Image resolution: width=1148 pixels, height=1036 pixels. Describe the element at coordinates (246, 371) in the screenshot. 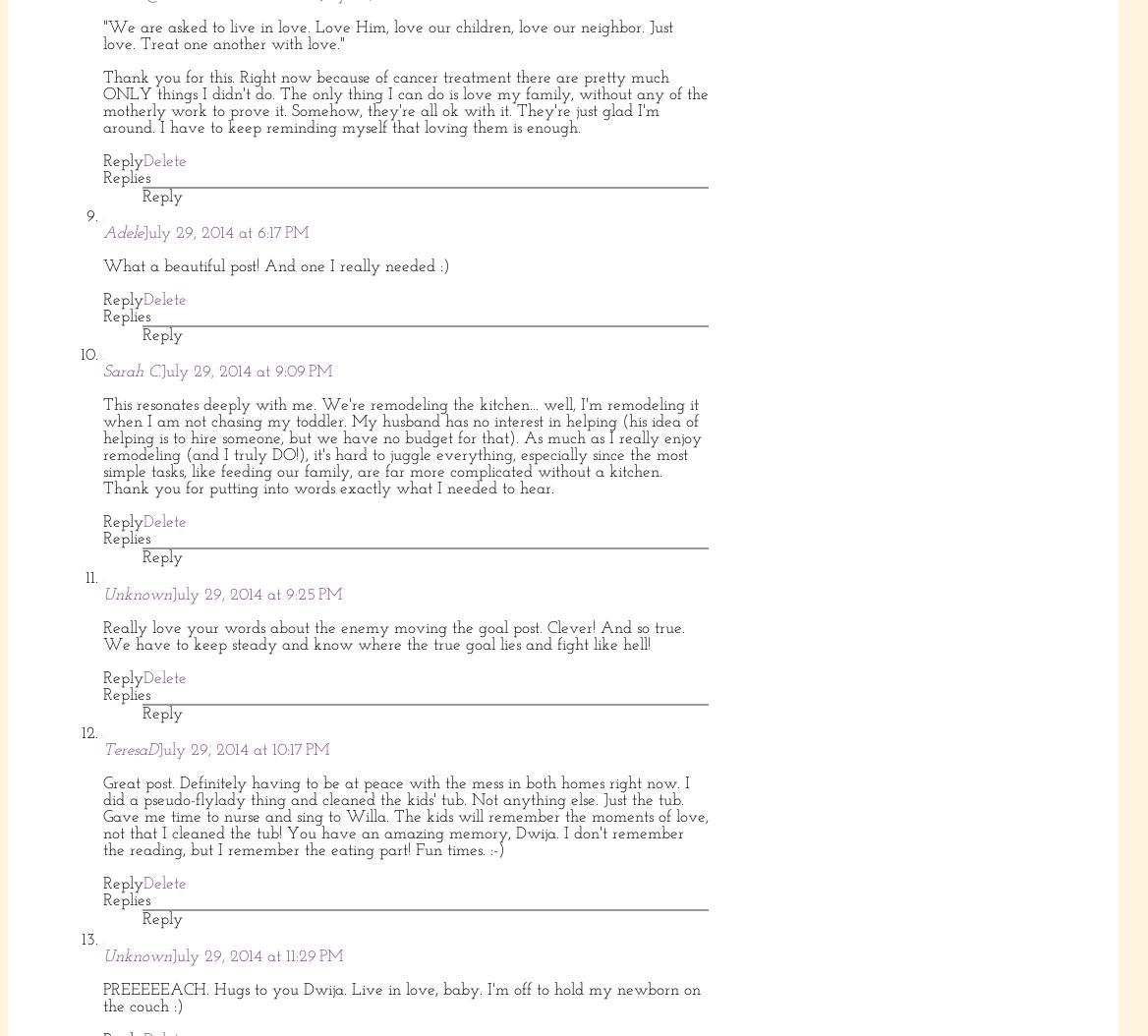

I see `'July 29, 2014 at 9:09 PM'` at that location.